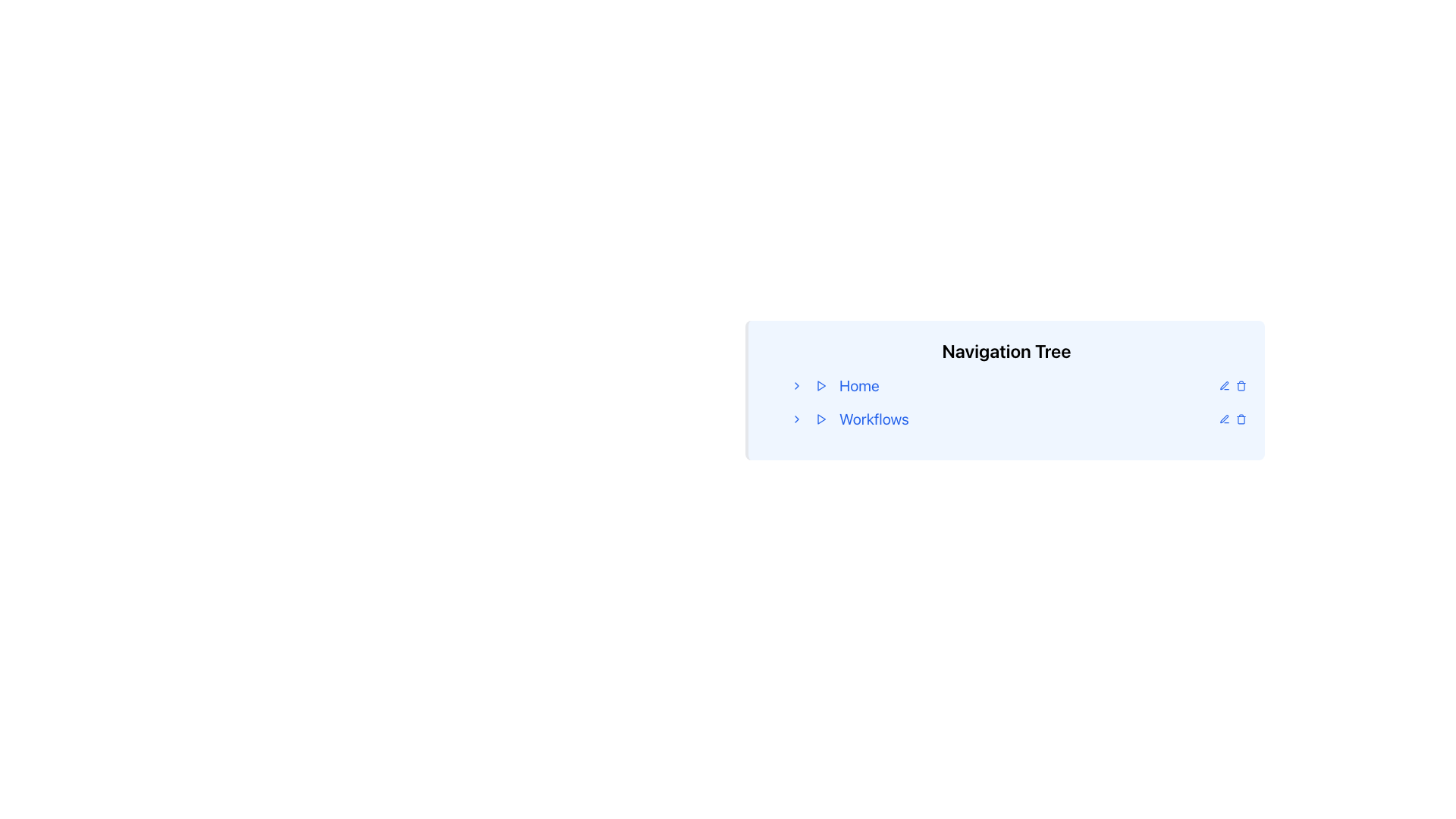  Describe the element at coordinates (1224, 419) in the screenshot. I see `the edit button located at the bottom-right corner of the 'Navigation Tree' box` at that location.